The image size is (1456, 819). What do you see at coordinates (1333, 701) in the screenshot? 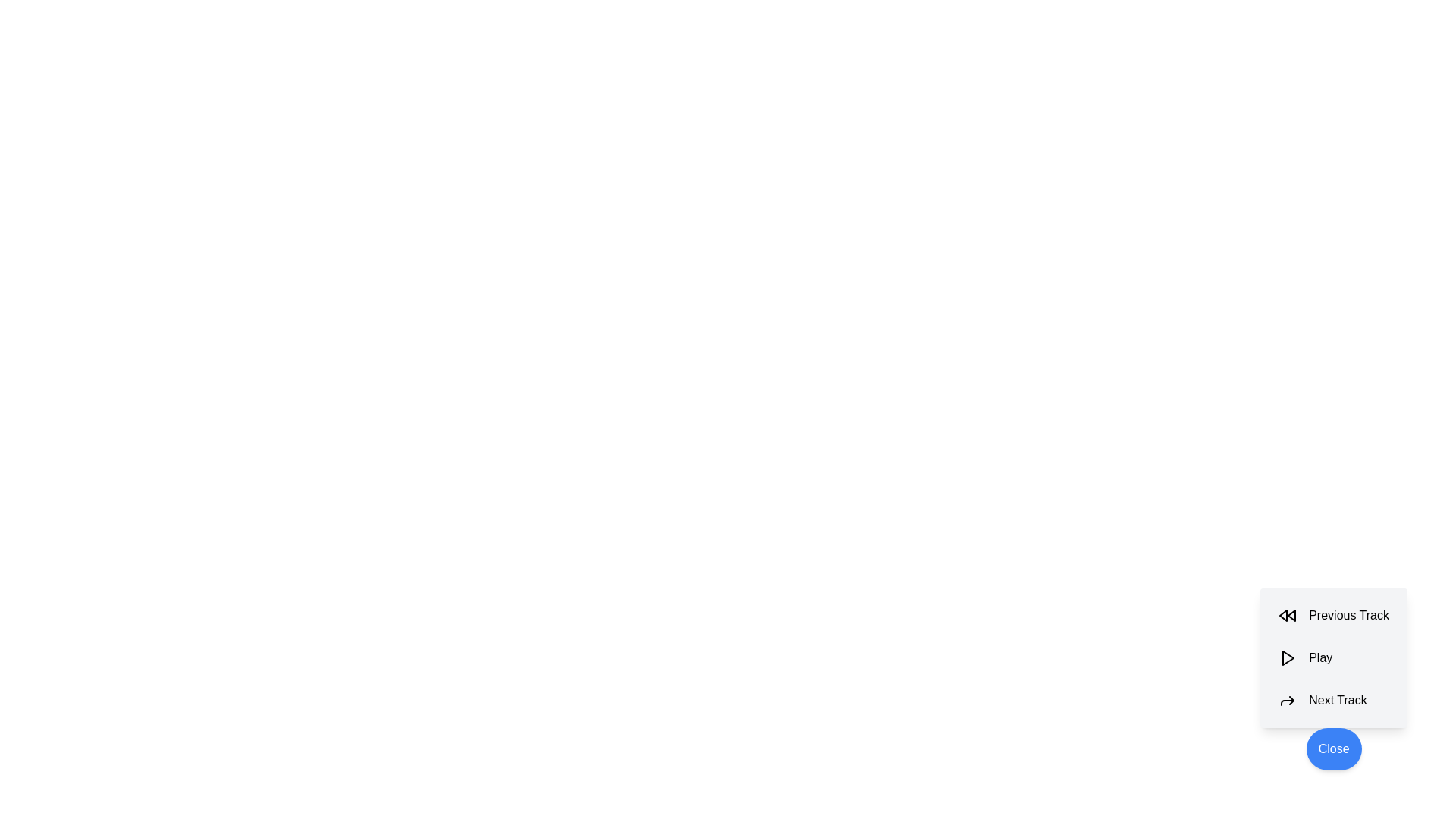
I see `the 'Next Track' button located at the bottom of the vertical list of media control buttons to skip to the next track in the playlist` at bounding box center [1333, 701].